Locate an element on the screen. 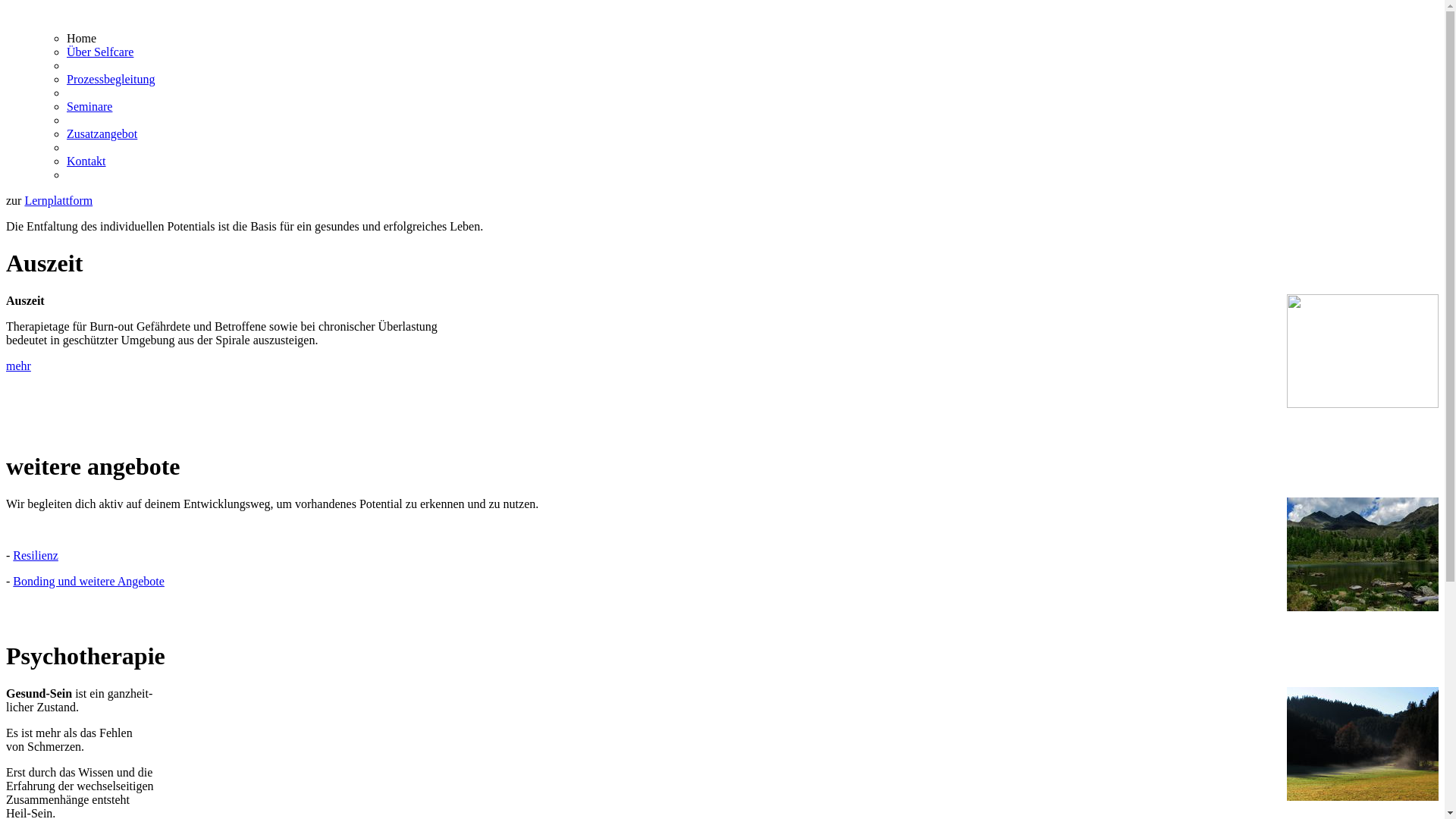 The image size is (1456, 819). 'mehr' is located at coordinates (18, 366).